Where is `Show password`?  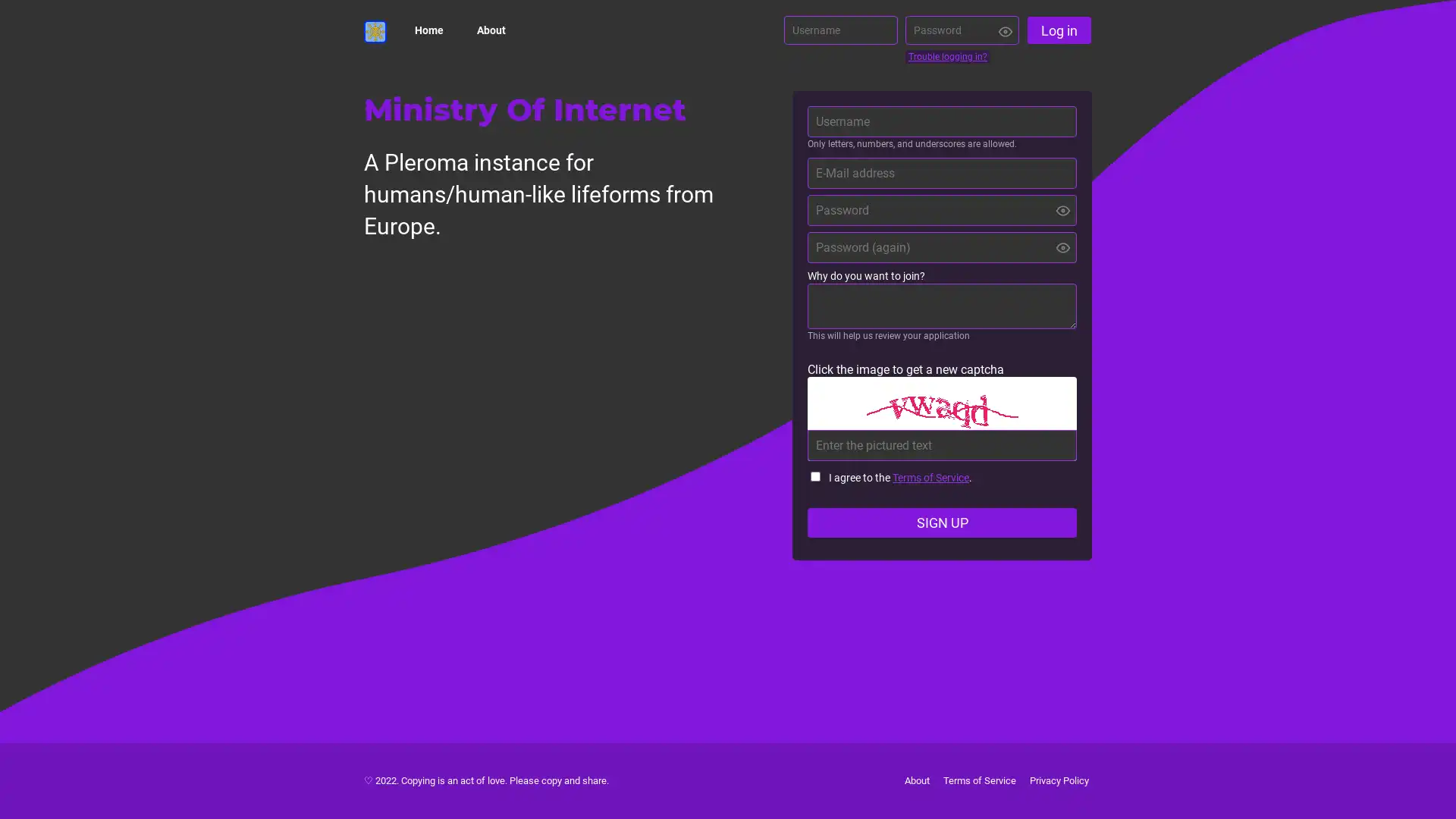
Show password is located at coordinates (1062, 246).